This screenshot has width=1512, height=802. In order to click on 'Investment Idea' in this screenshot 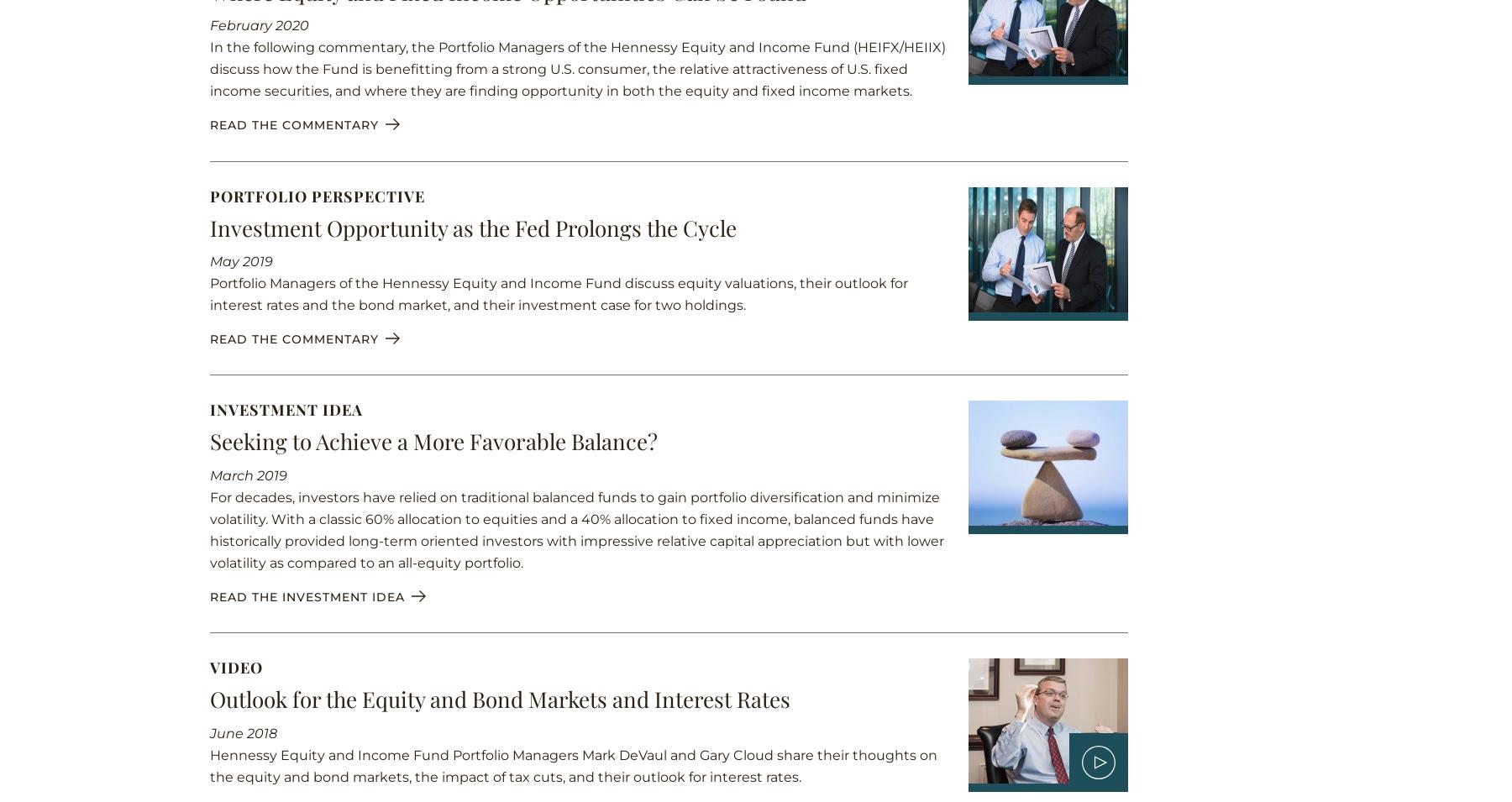, I will do `click(286, 410)`.